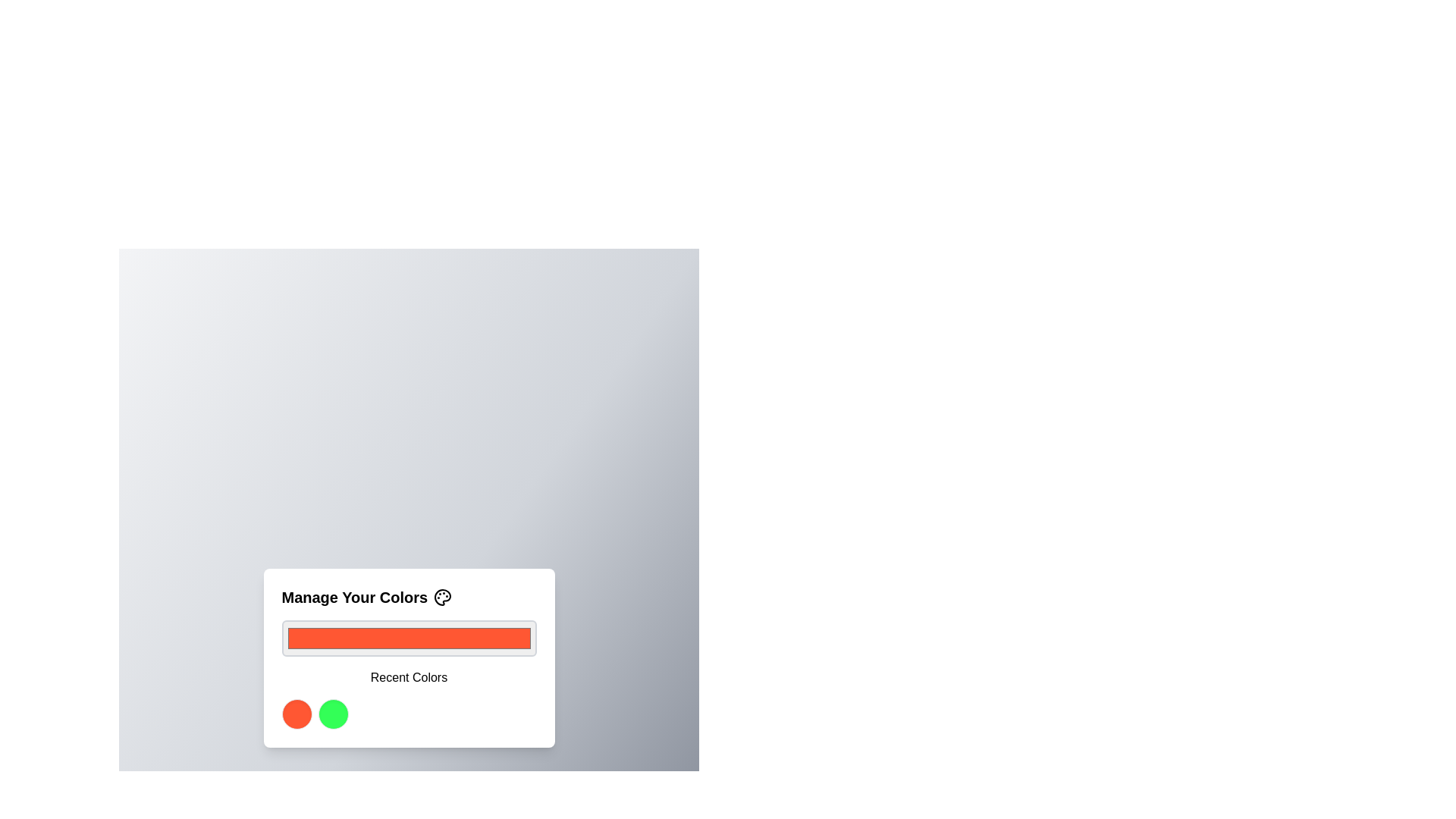 This screenshot has width=1456, height=819. I want to click on the color management icon located in the 'Manage Your Colors' widget near the top-right corner, so click(442, 596).